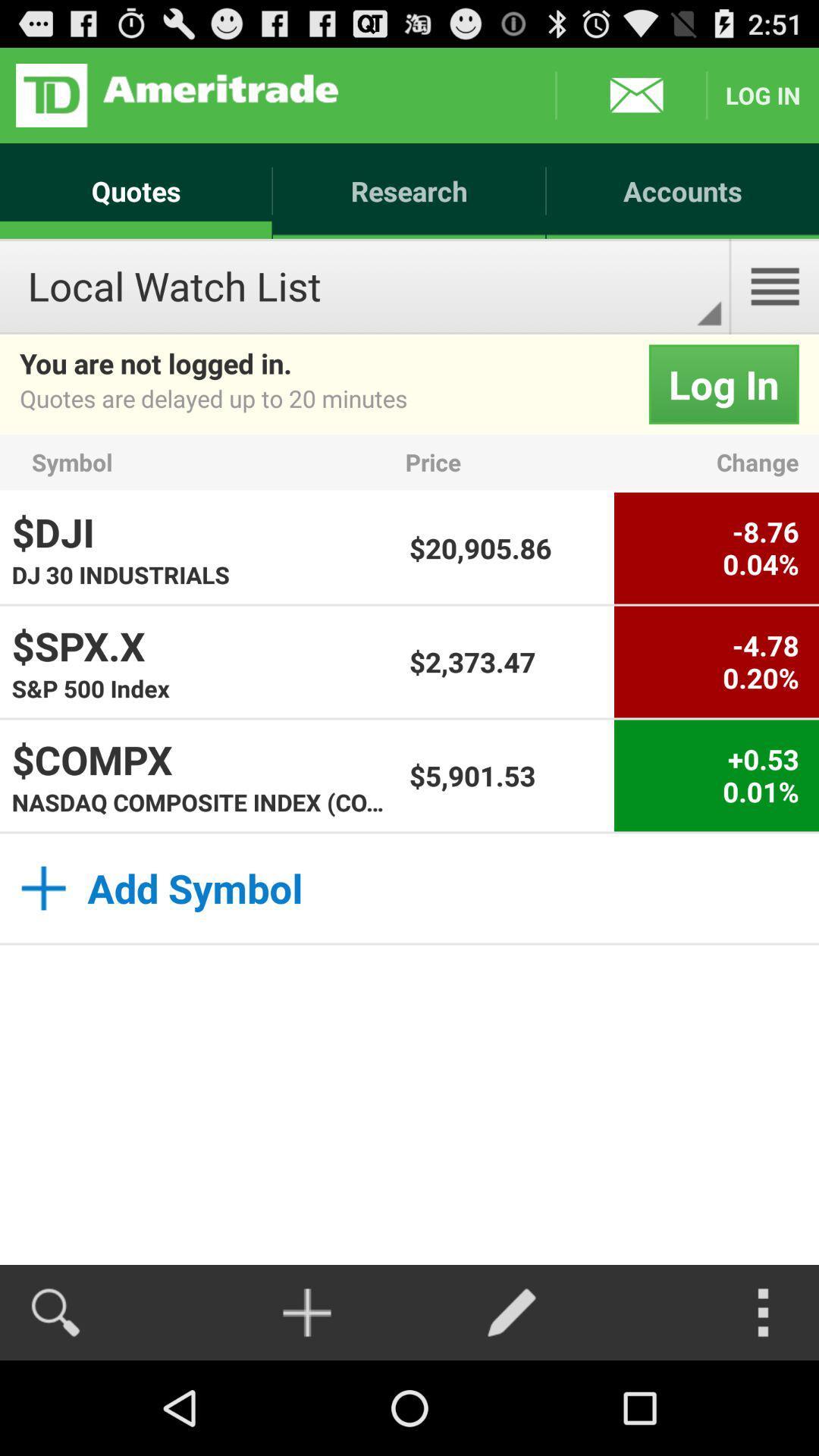  Describe the element at coordinates (631, 94) in the screenshot. I see `messages box` at that location.